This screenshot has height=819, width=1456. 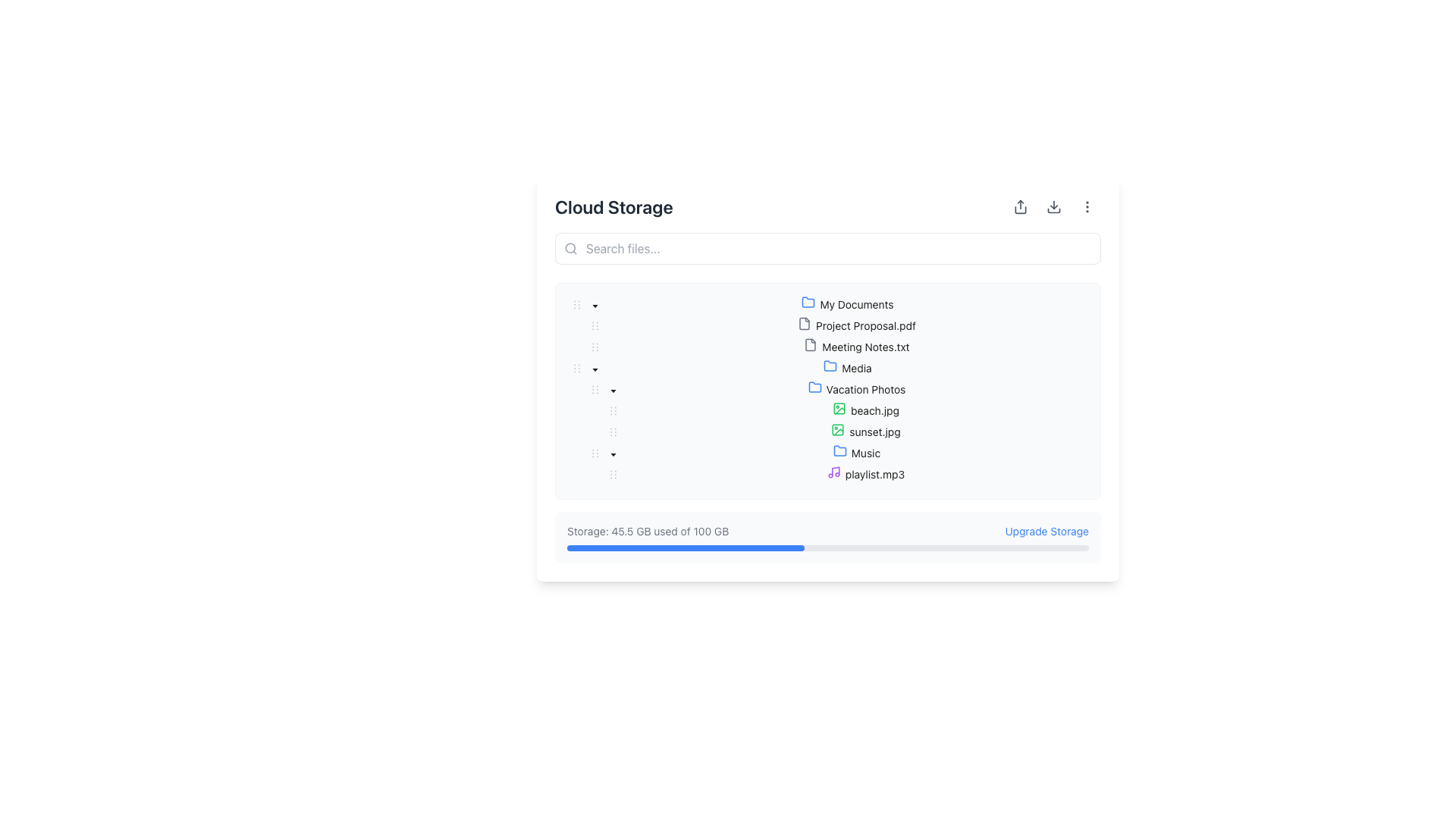 I want to click on the small, downward-pointing caret icon button located next to the 'Media' folder label in the file tree section, so click(x=595, y=369).